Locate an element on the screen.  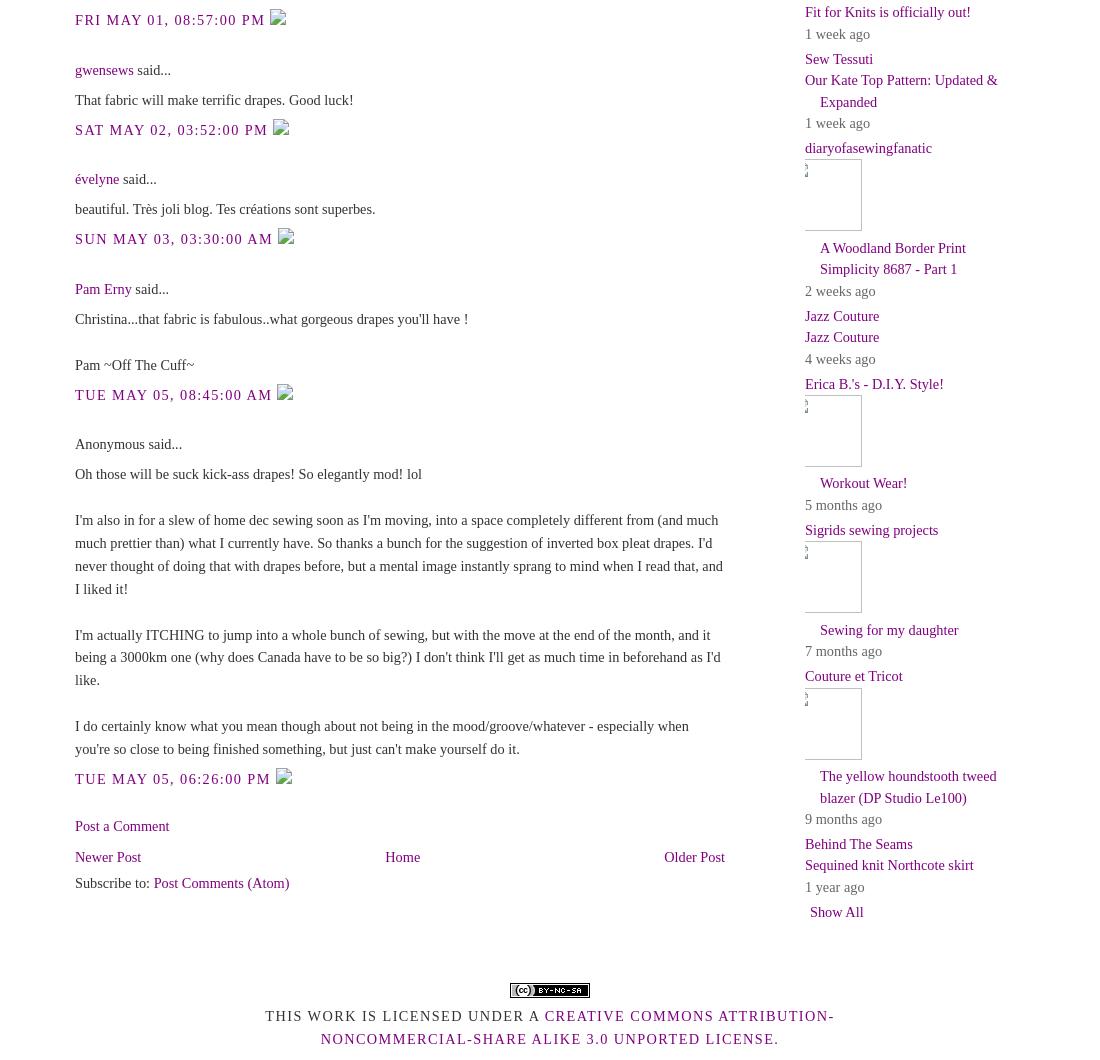
'The yellow houndstooth tweed blazer (DP Studio Le100)' is located at coordinates (908, 785).